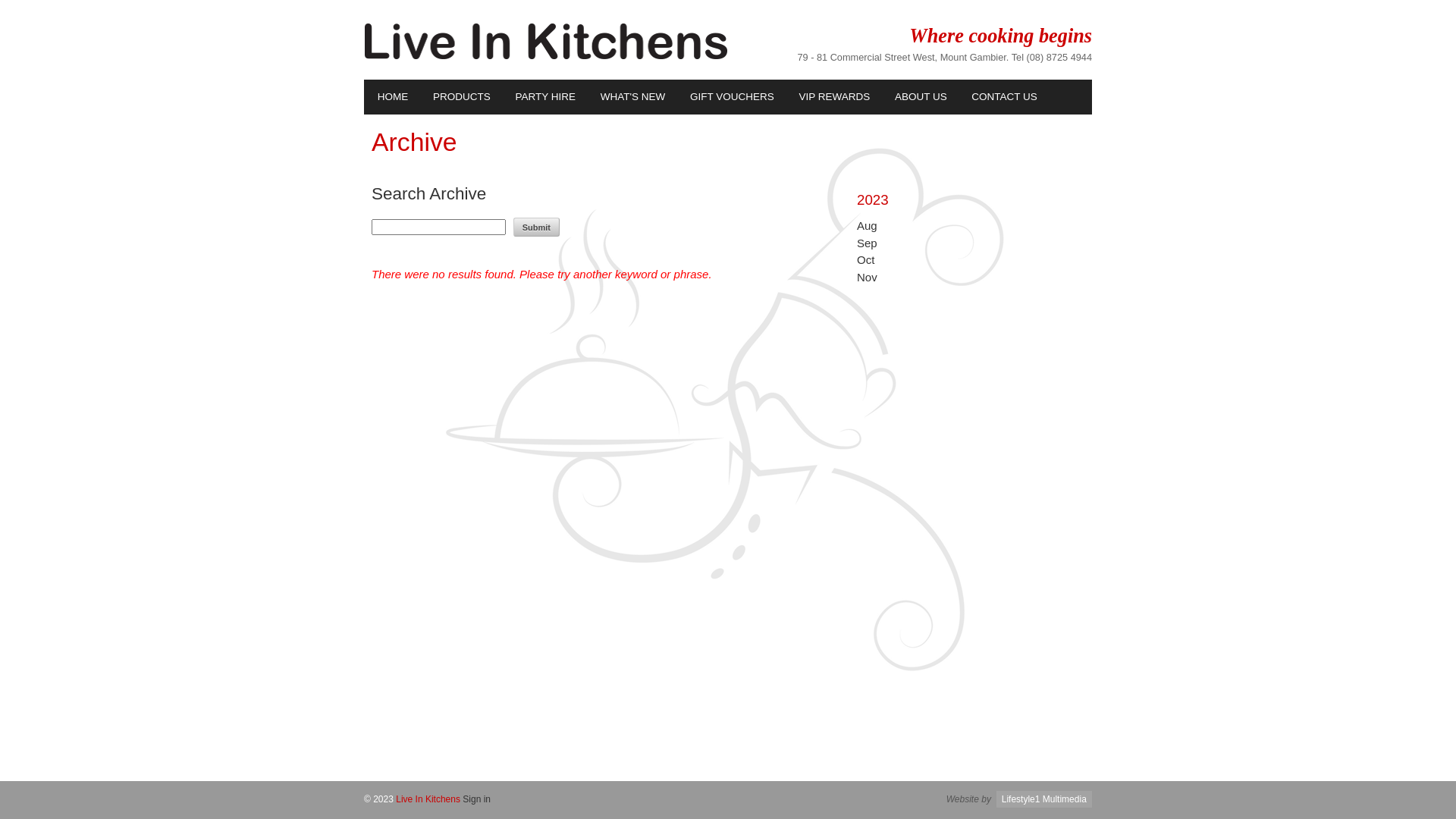 Image resolution: width=1456 pixels, height=819 pixels. I want to click on 'Live In Kitchens', so click(427, 798).